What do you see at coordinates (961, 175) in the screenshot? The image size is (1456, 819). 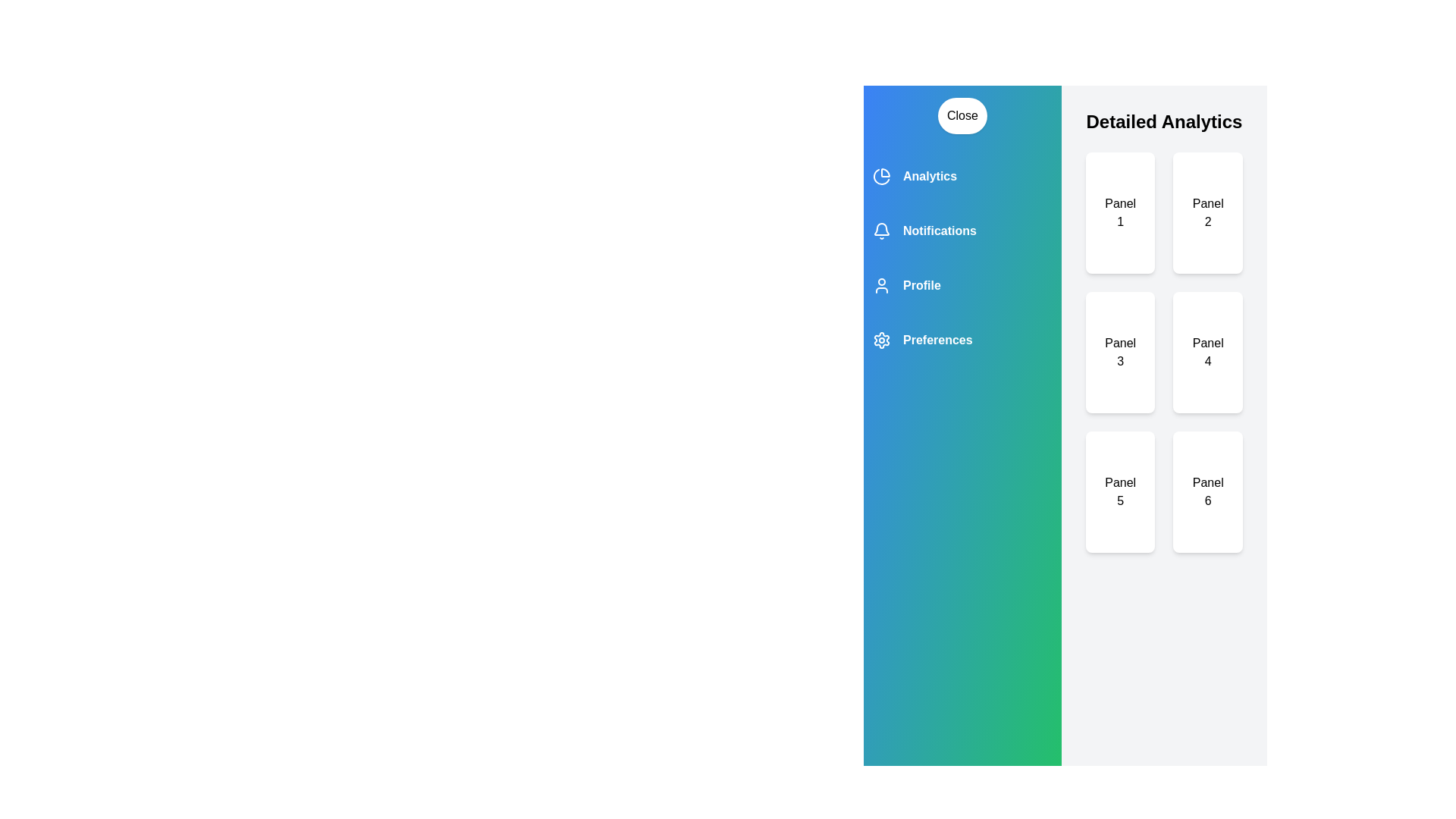 I see `the category Analytics to observe its visual feedback` at bounding box center [961, 175].